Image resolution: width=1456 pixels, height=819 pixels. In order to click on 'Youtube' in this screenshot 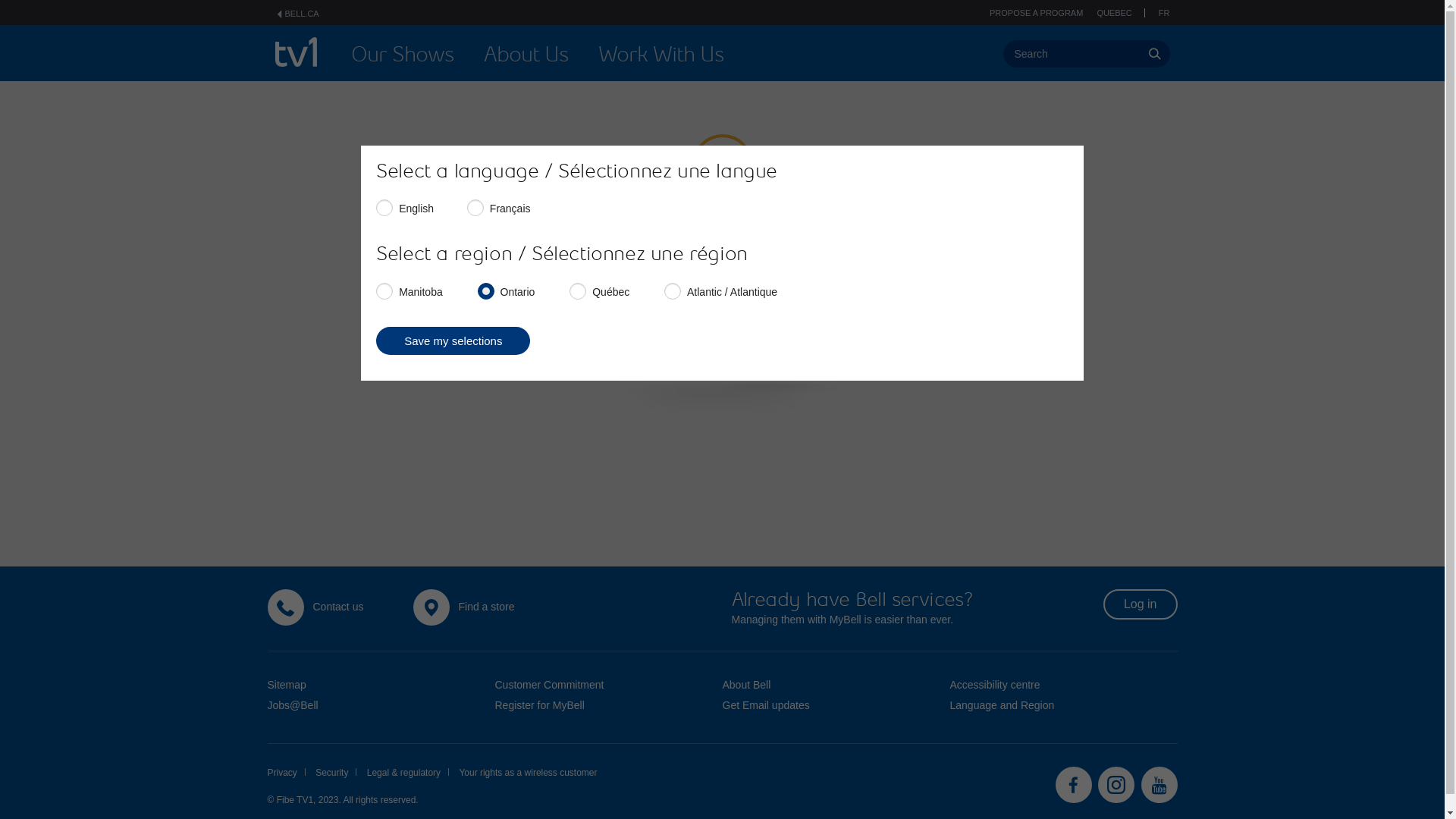, I will do `click(1157, 784)`.